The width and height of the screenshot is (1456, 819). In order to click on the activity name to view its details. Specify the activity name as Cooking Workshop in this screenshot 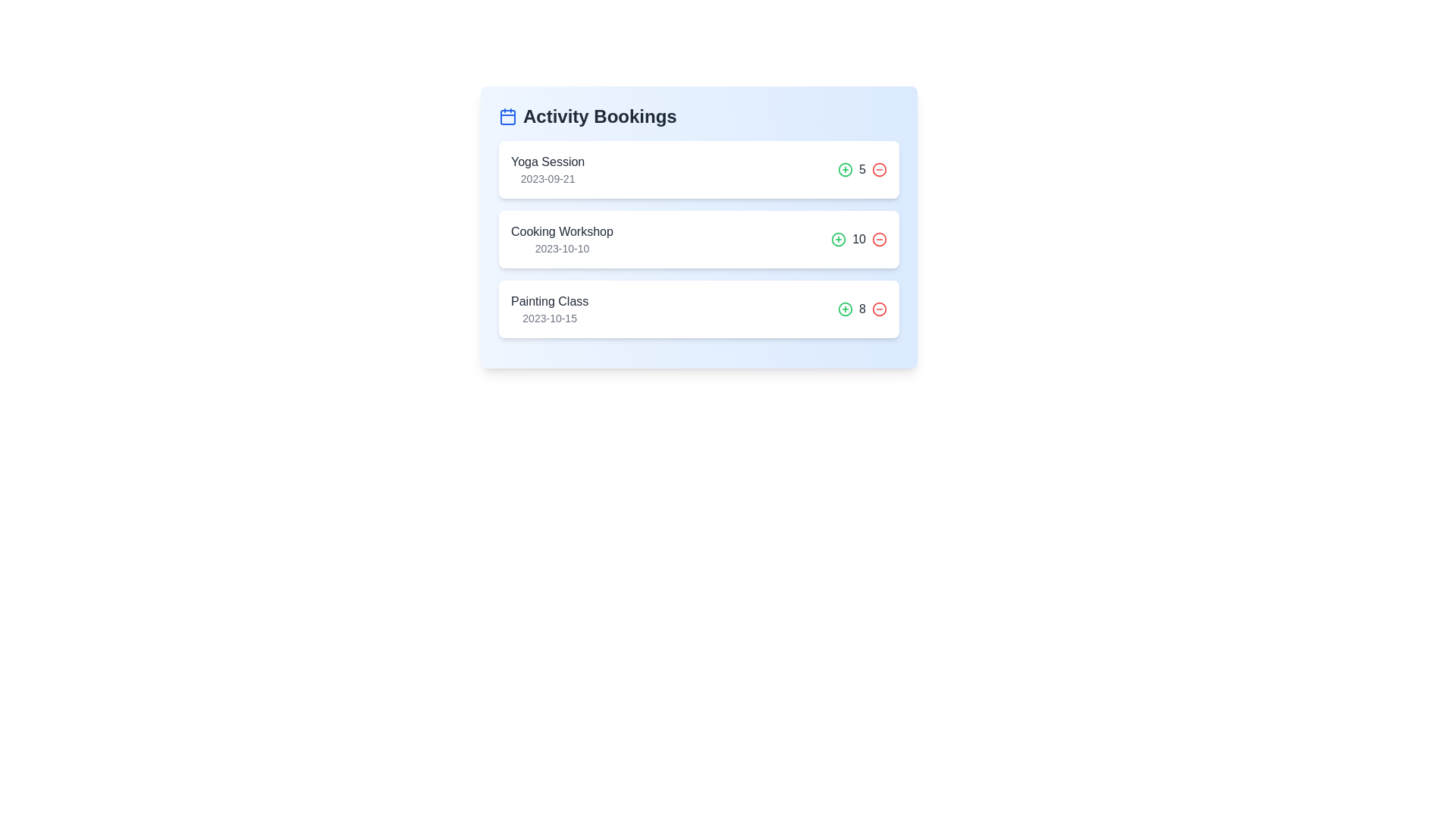, I will do `click(560, 231)`.